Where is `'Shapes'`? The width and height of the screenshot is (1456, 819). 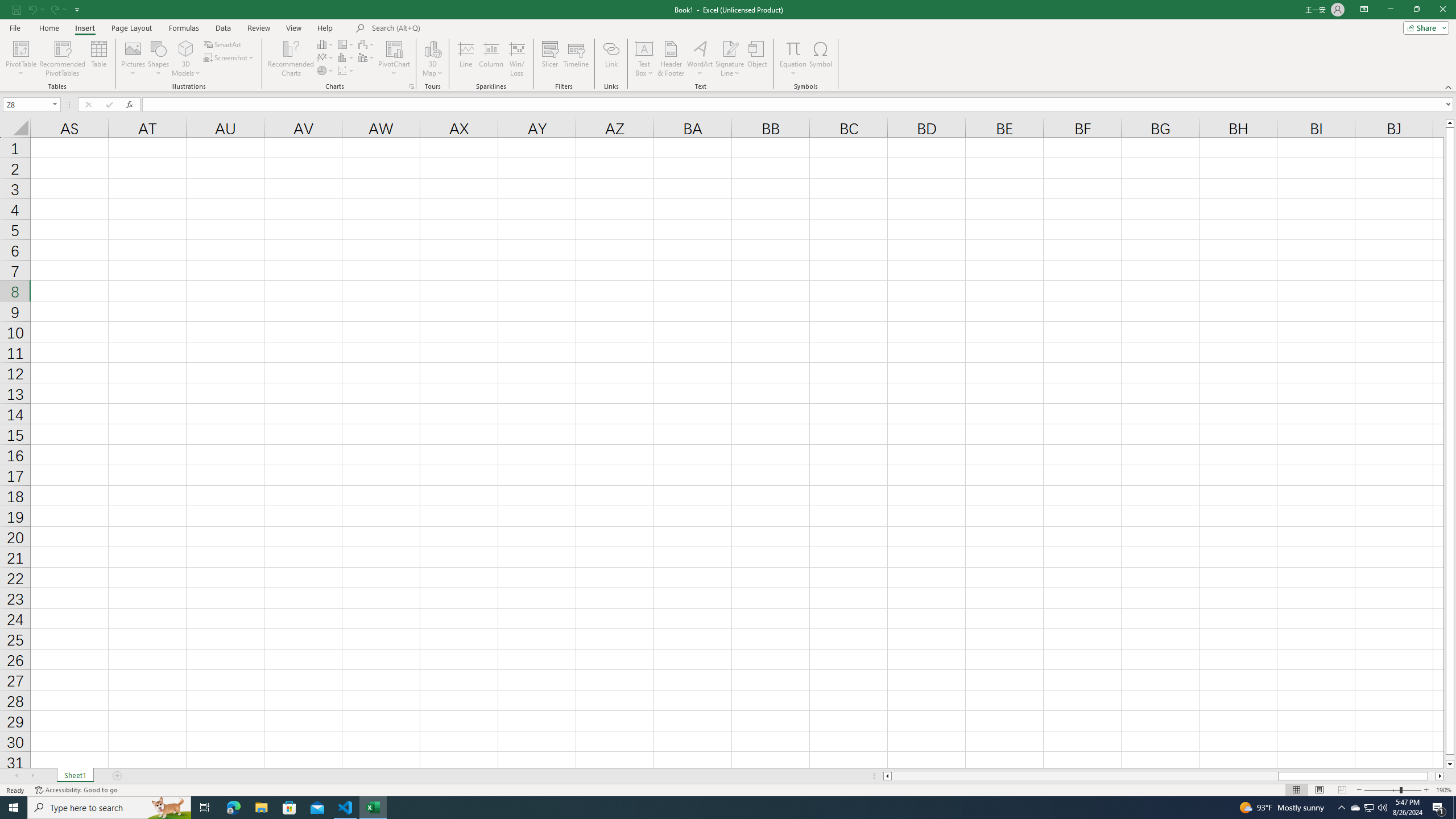
'Shapes' is located at coordinates (158, 59).